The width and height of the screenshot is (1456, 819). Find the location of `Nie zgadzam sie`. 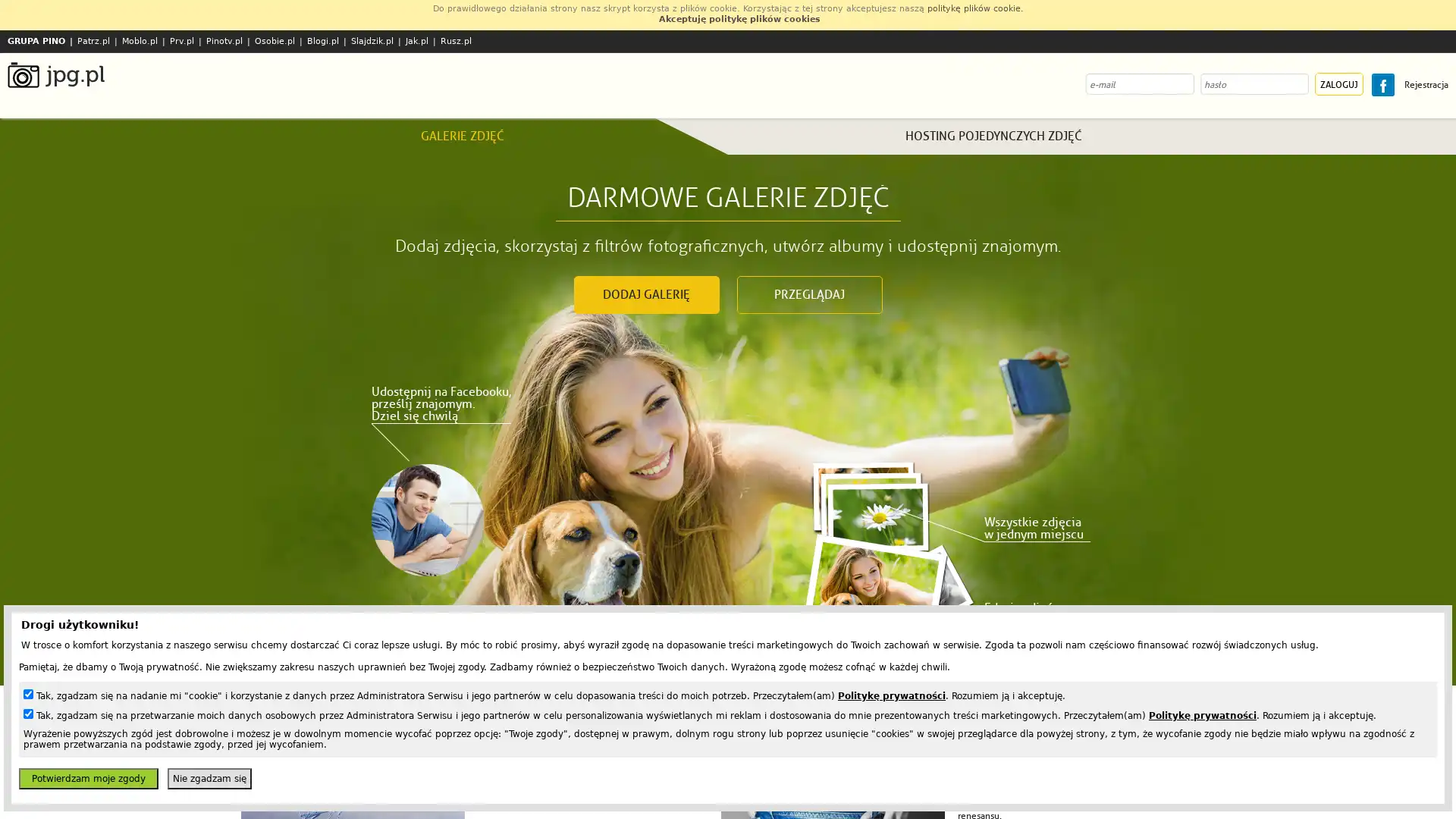

Nie zgadzam sie is located at coordinates (209, 778).